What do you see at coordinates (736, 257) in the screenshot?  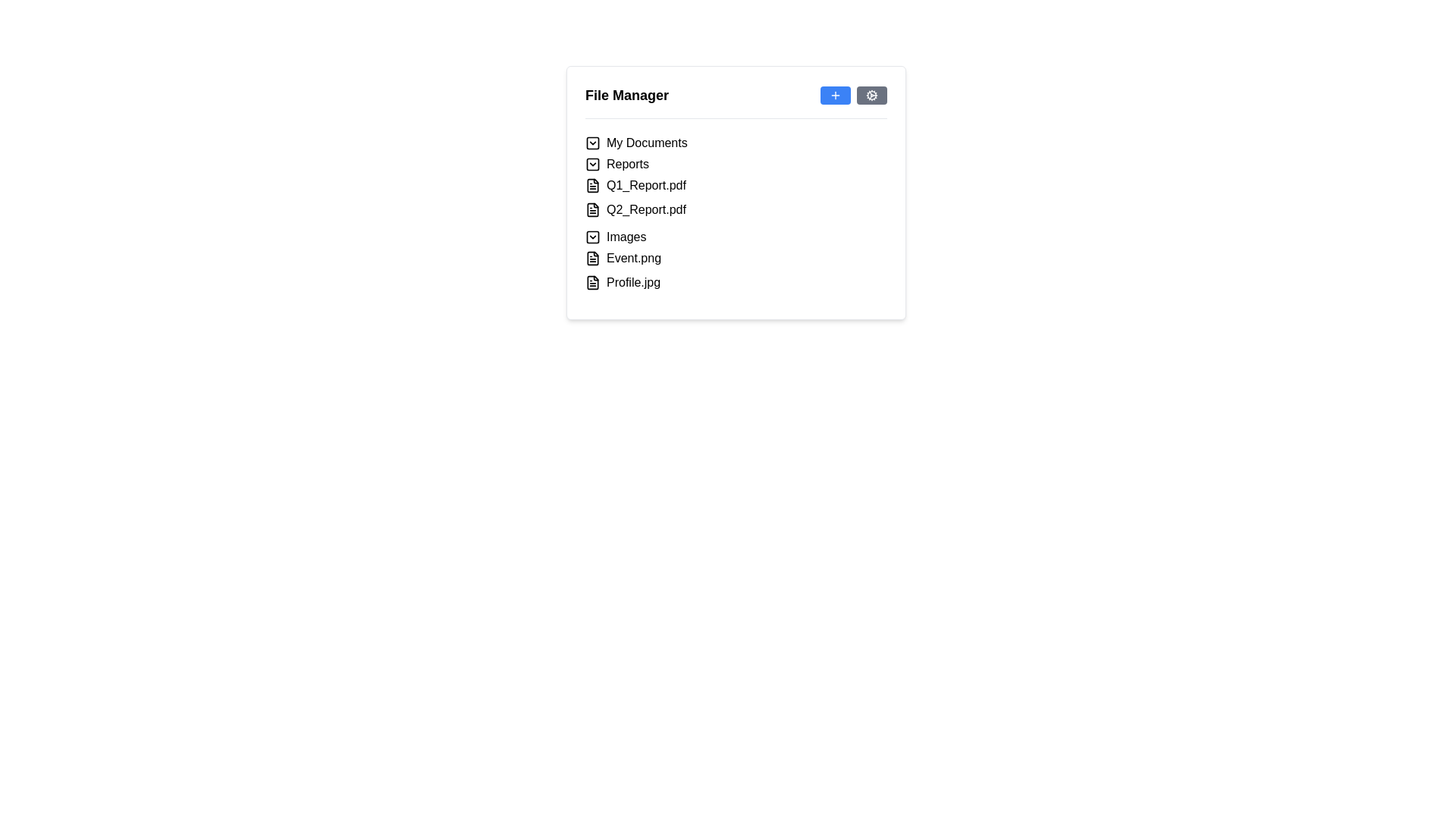 I see `the file entry labeled 'Event.png'` at bounding box center [736, 257].